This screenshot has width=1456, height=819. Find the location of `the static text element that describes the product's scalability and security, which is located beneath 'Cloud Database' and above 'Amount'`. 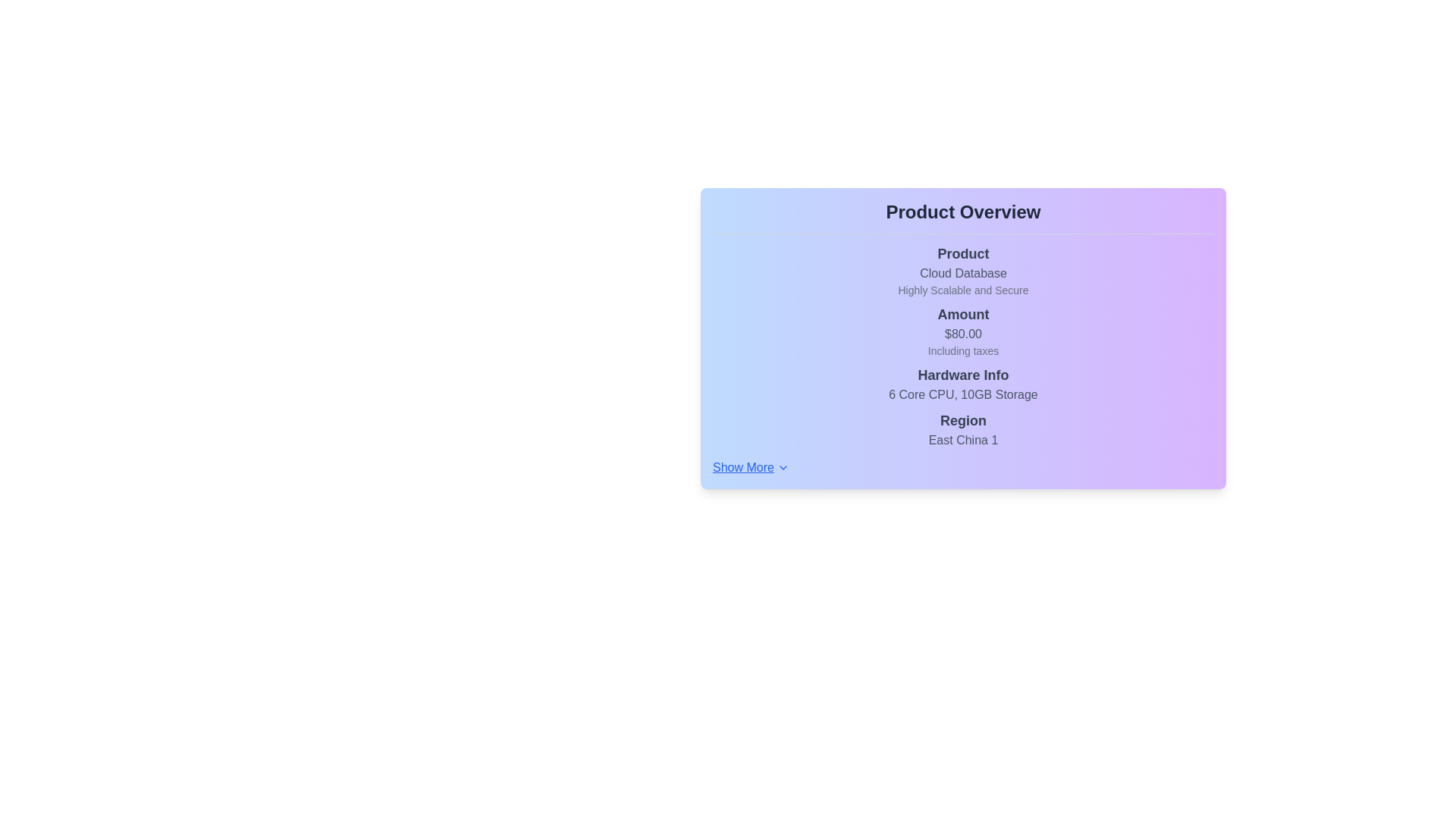

the static text element that describes the product's scalability and security, which is located beneath 'Cloud Database' and above 'Amount' is located at coordinates (962, 290).